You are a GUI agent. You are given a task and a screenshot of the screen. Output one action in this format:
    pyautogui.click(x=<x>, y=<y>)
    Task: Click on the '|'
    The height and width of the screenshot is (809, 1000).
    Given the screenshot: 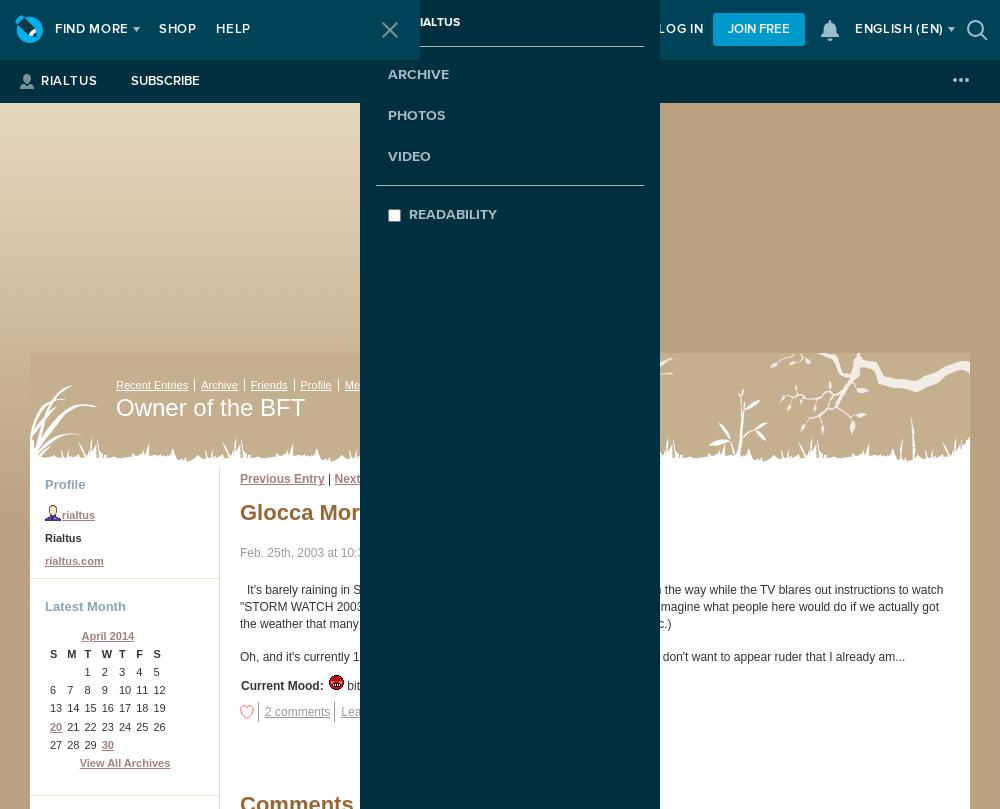 What is the action you would take?
    pyautogui.click(x=328, y=478)
    